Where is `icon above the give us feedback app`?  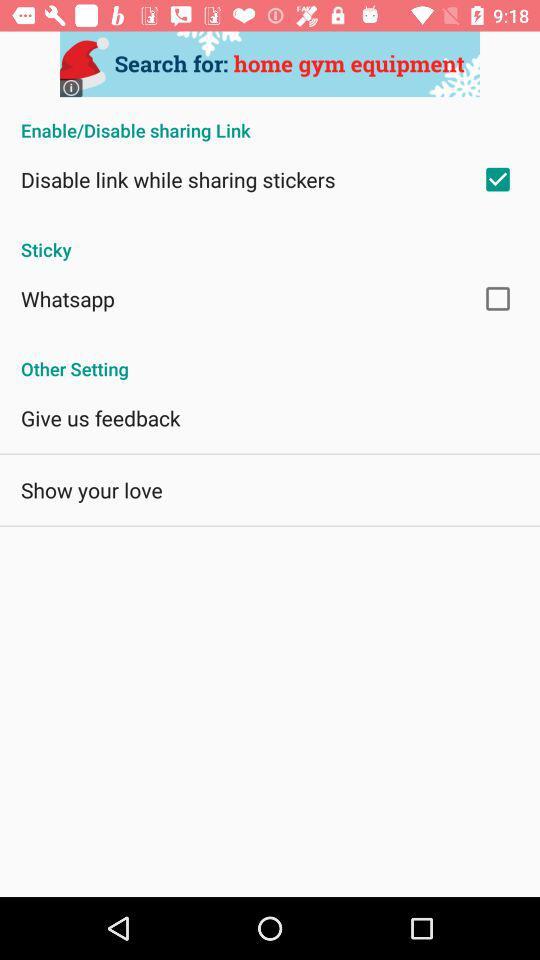
icon above the give us feedback app is located at coordinates (270, 358).